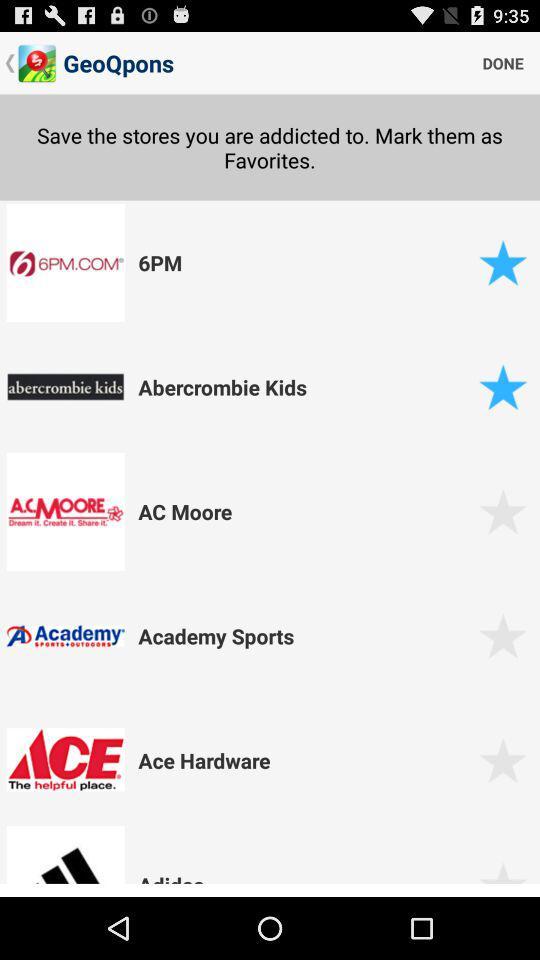 The height and width of the screenshot is (960, 540). What do you see at coordinates (305, 879) in the screenshot?
I see `adidas app` at bounding box center [305, 879].